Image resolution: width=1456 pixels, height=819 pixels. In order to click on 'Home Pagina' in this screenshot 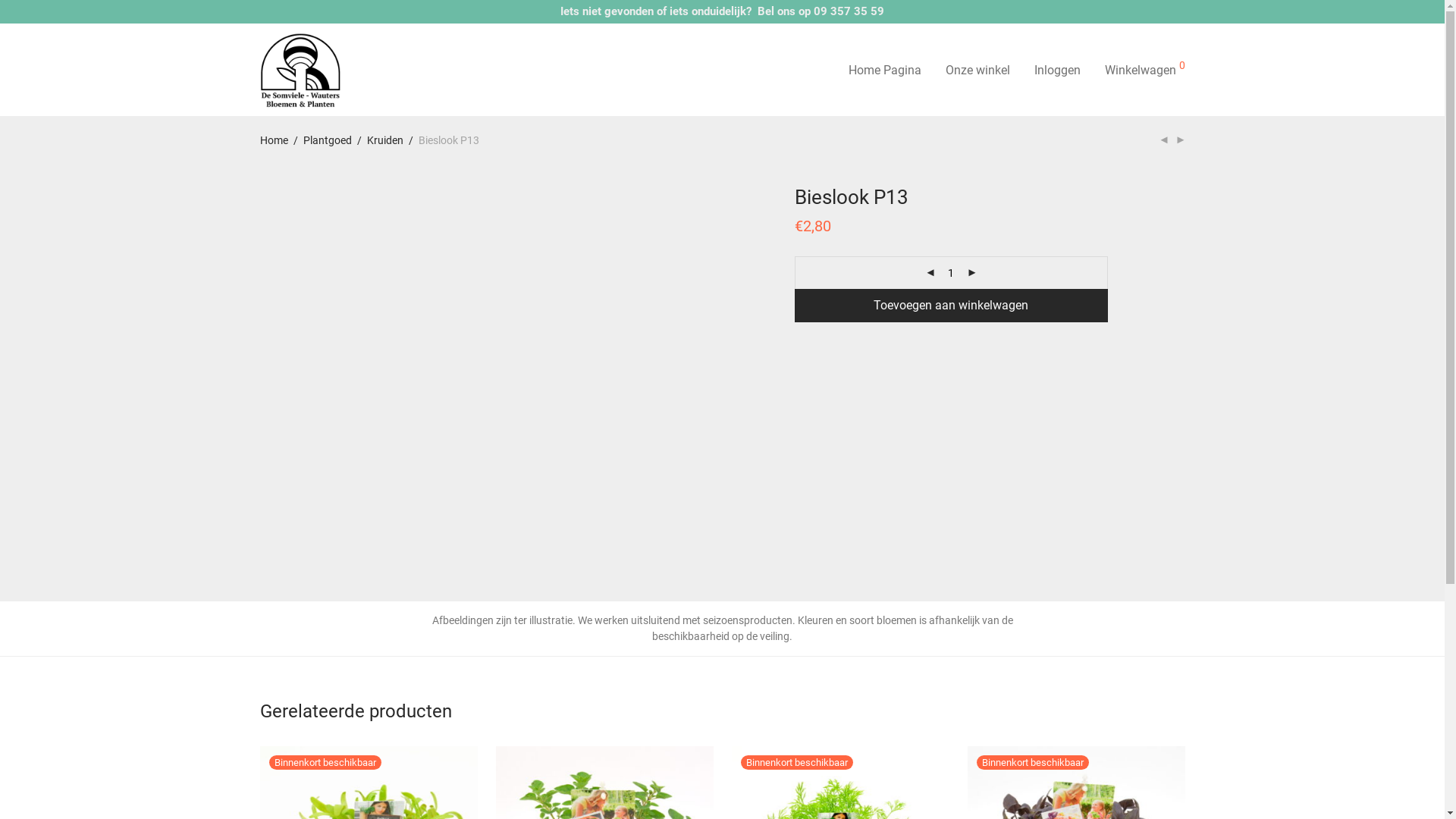, I will do `click(835, 70)`.